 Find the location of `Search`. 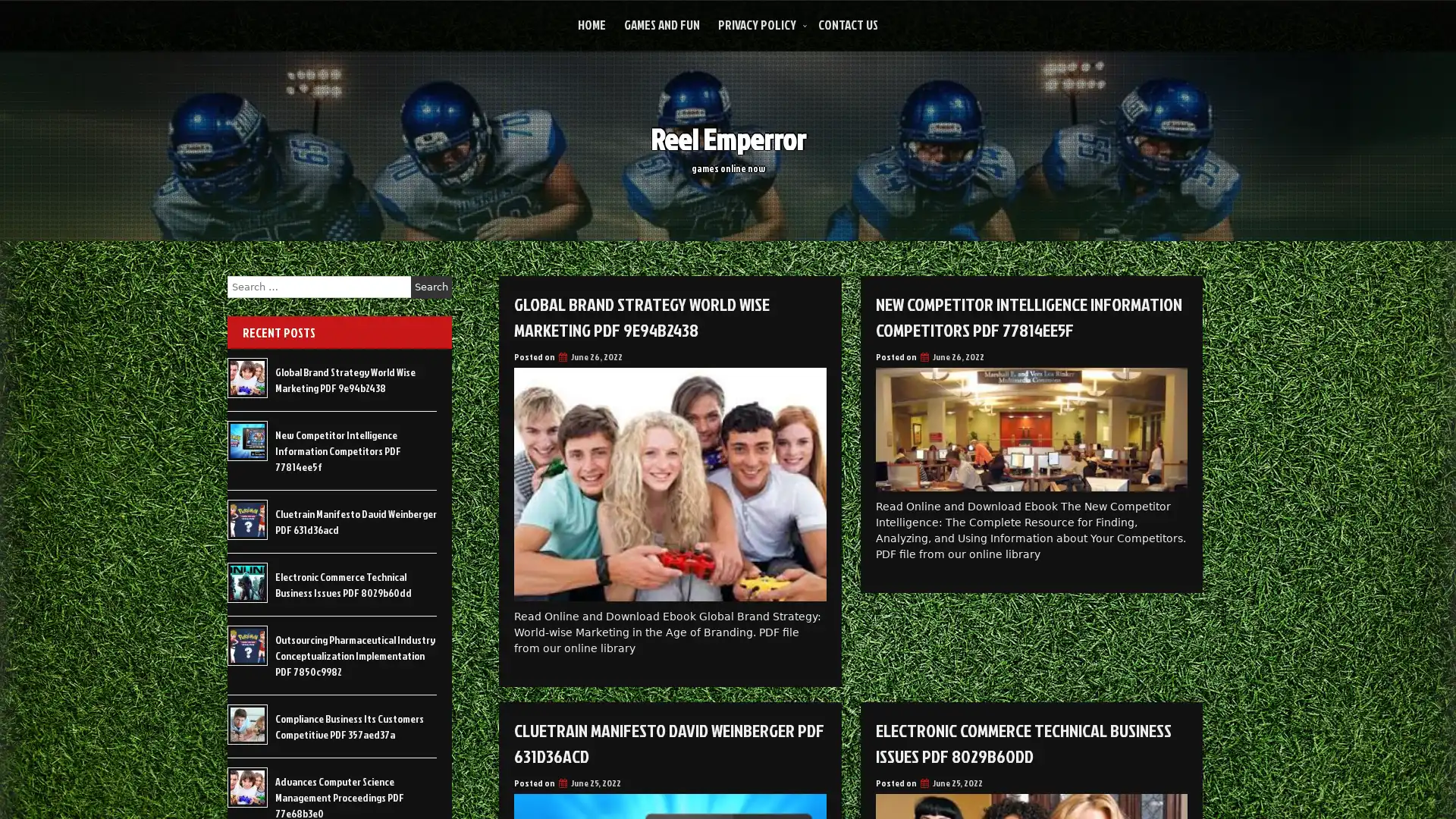

Search is located at coordinates (431, 287).